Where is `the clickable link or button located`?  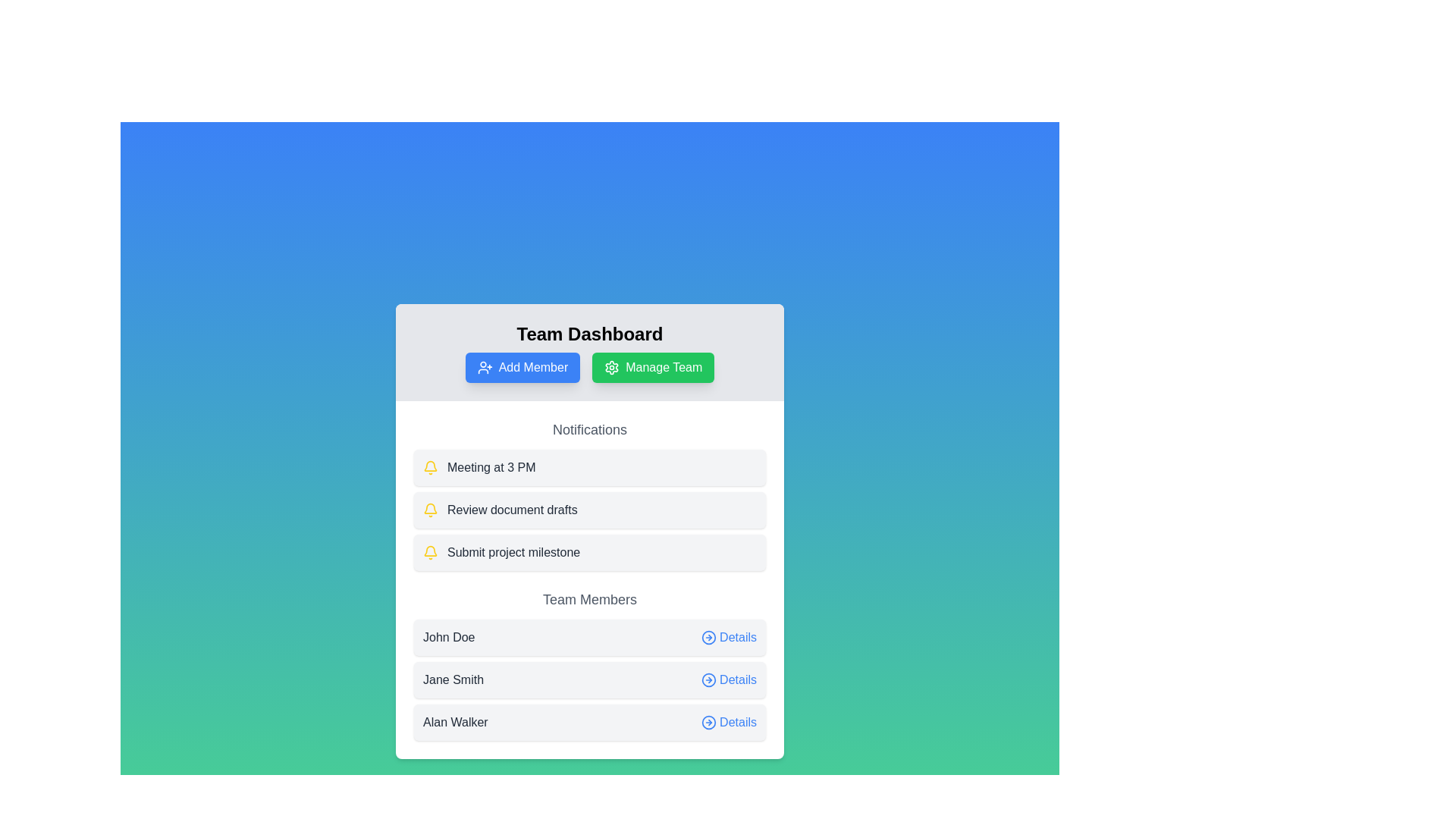 the clickable link or button located is located at coordinates (729, 637).